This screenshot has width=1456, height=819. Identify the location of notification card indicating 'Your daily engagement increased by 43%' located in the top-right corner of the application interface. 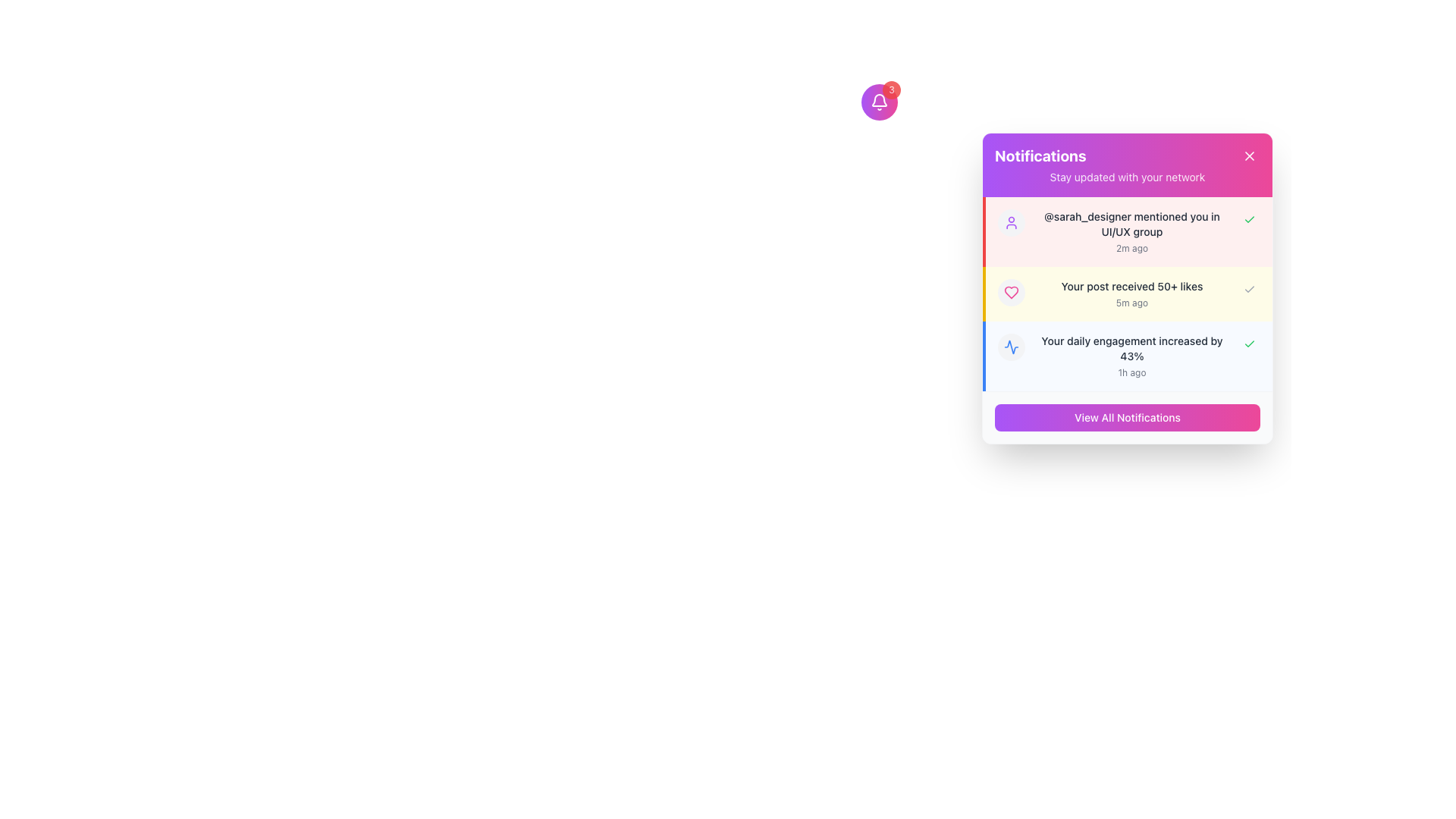
(1128, 356).